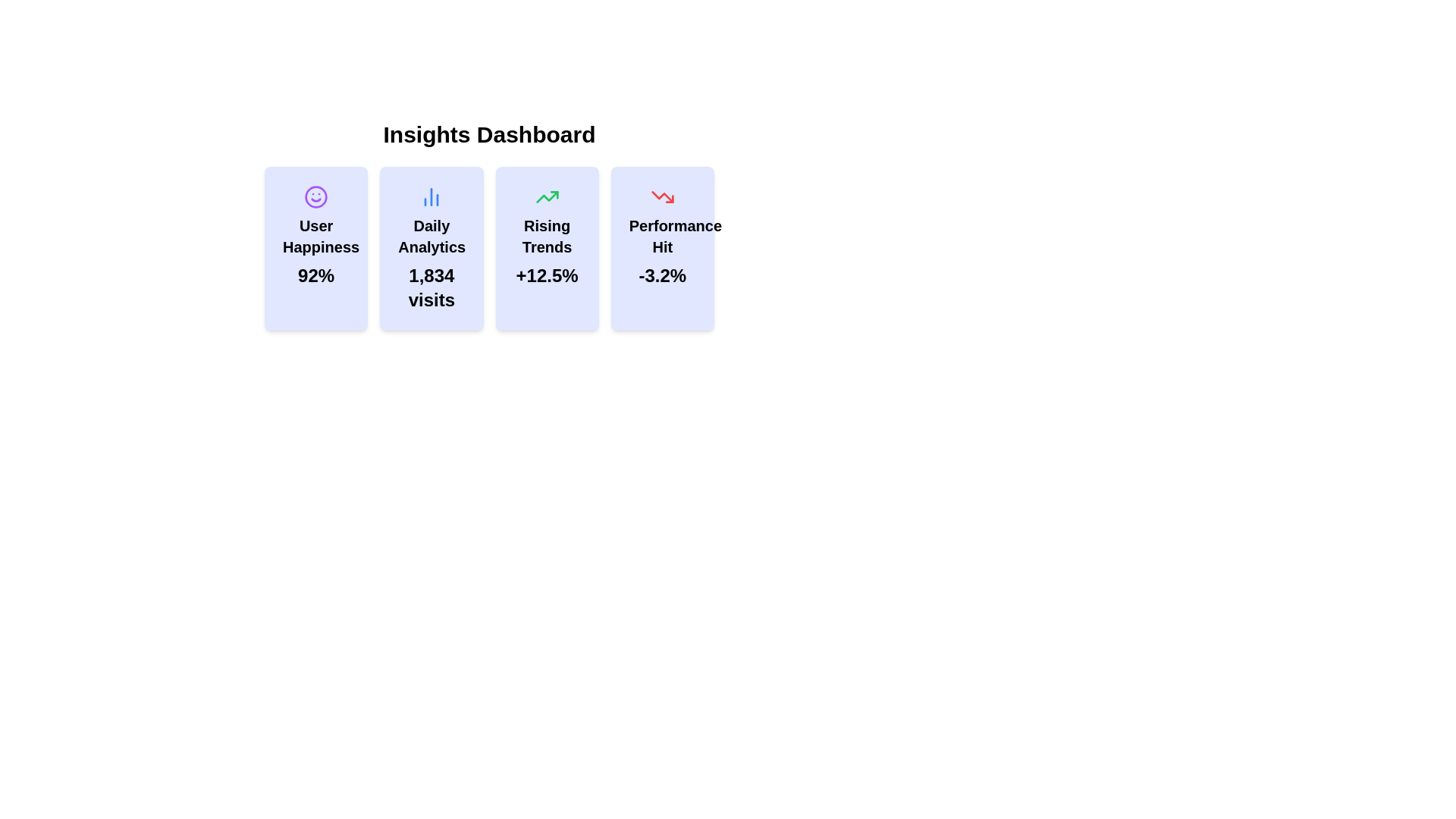 The height and width of the screenshot is (819, 1456). What do you see at coordinates (546, 275) in the screenshot?
I see `value displayed in the text component showing '+12.5%' located below the 'Rising Trends' heading in the third card of four cards` at bounding box center [546, 275].